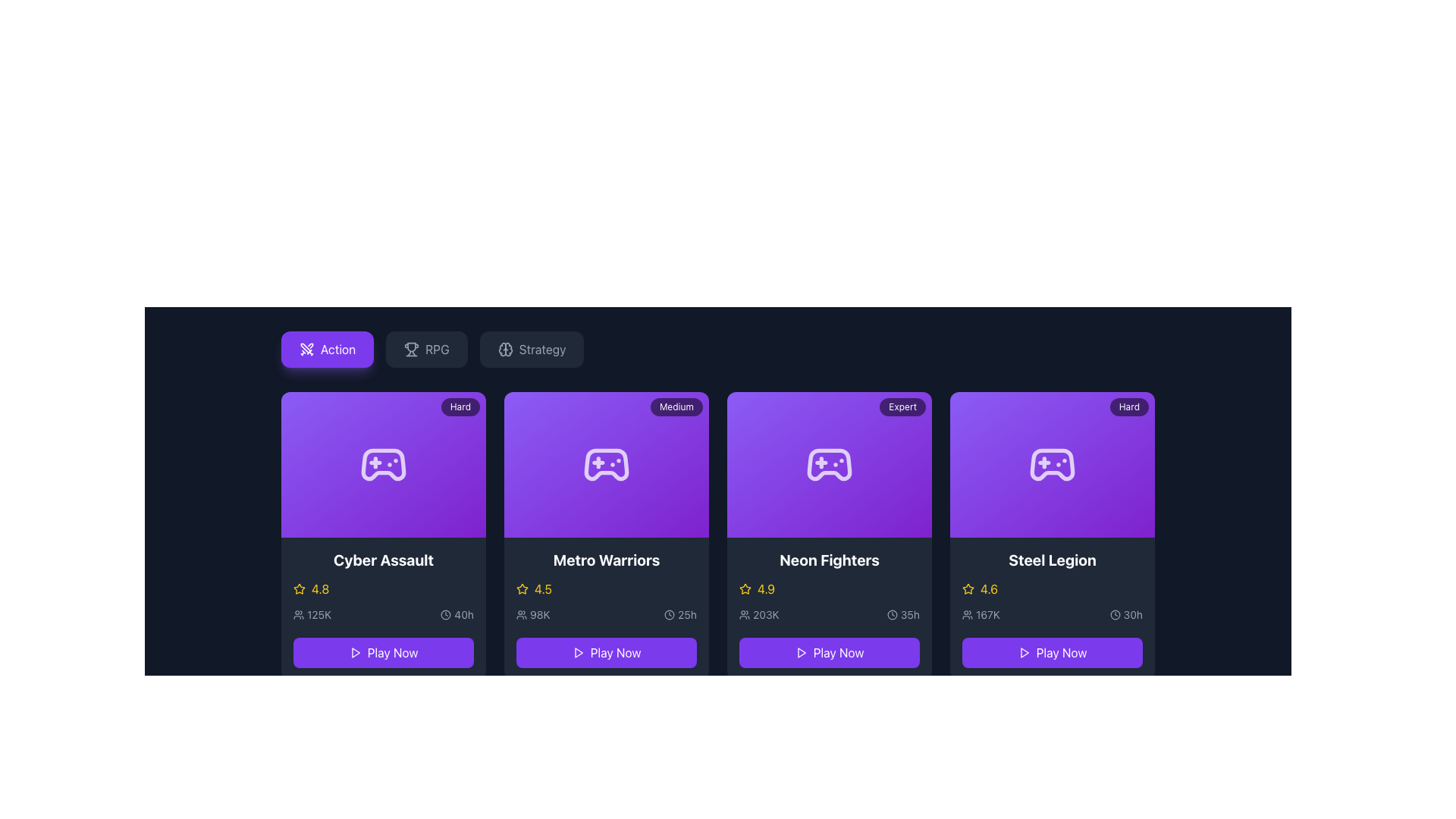  What do you see at coordinates (800, 651) in the screenshot?
I see `the chevron-shaped icon resembling a right-facing play button, which is located within the 'Play Now' button beneath the 'Neon Fighters' card` at bounding box center [800, 651].